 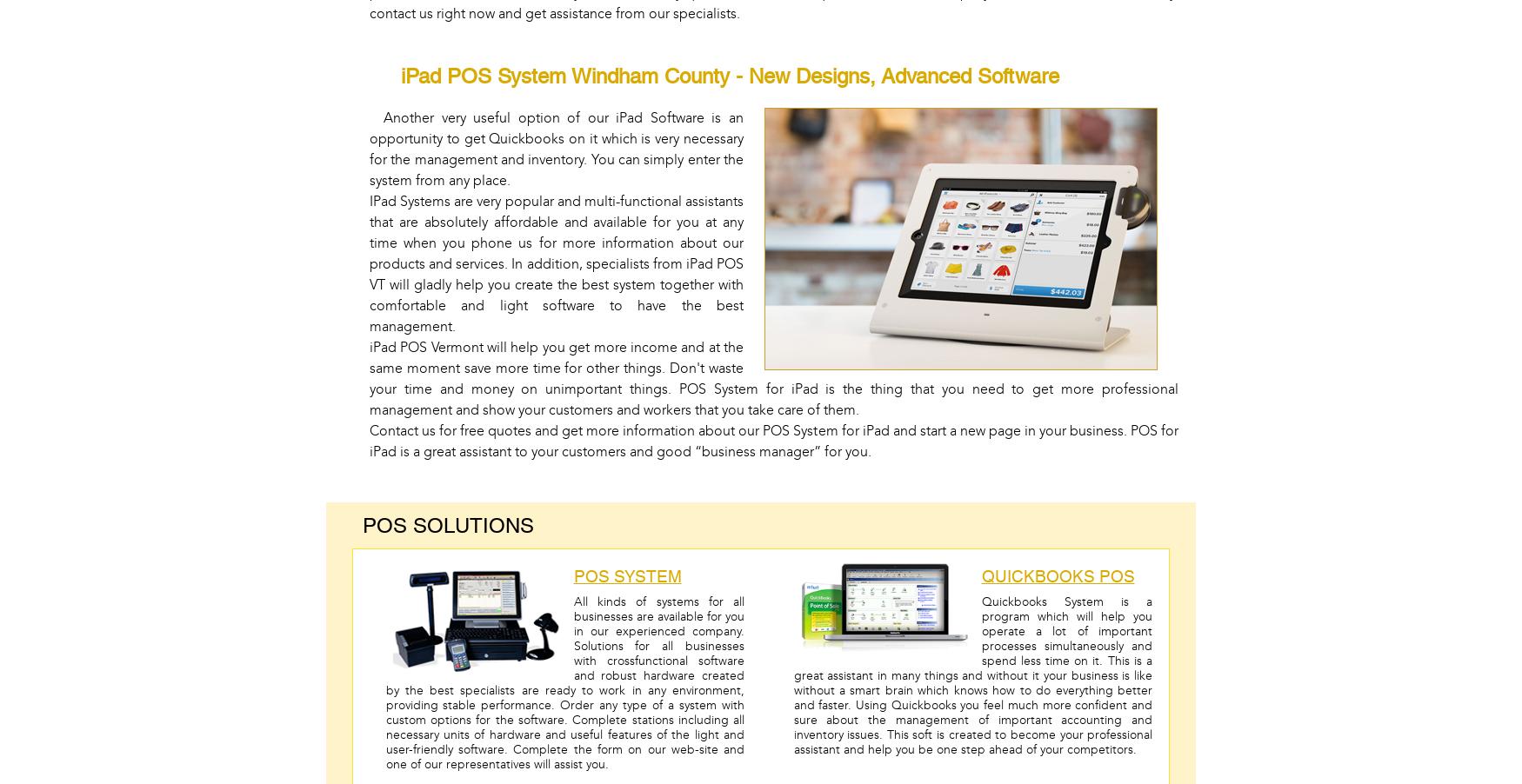 What do you see at coordinates (730, 76) in the screenshot?
I see `'iPad POS System Windham County - New Designs, Advanced Software'` at bounding box center [730, 76].